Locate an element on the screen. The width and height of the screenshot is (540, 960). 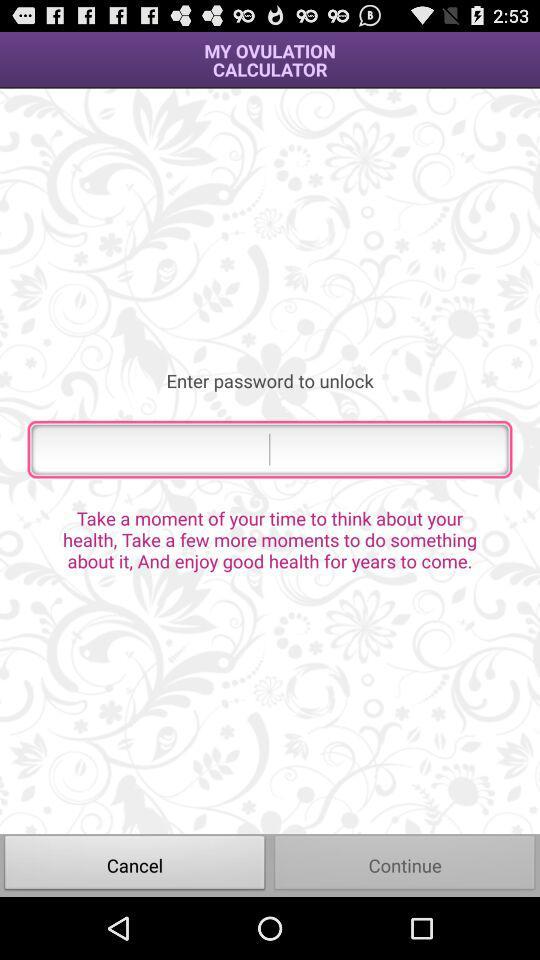
the item below the take a moment is located at coordinates (135, 864).